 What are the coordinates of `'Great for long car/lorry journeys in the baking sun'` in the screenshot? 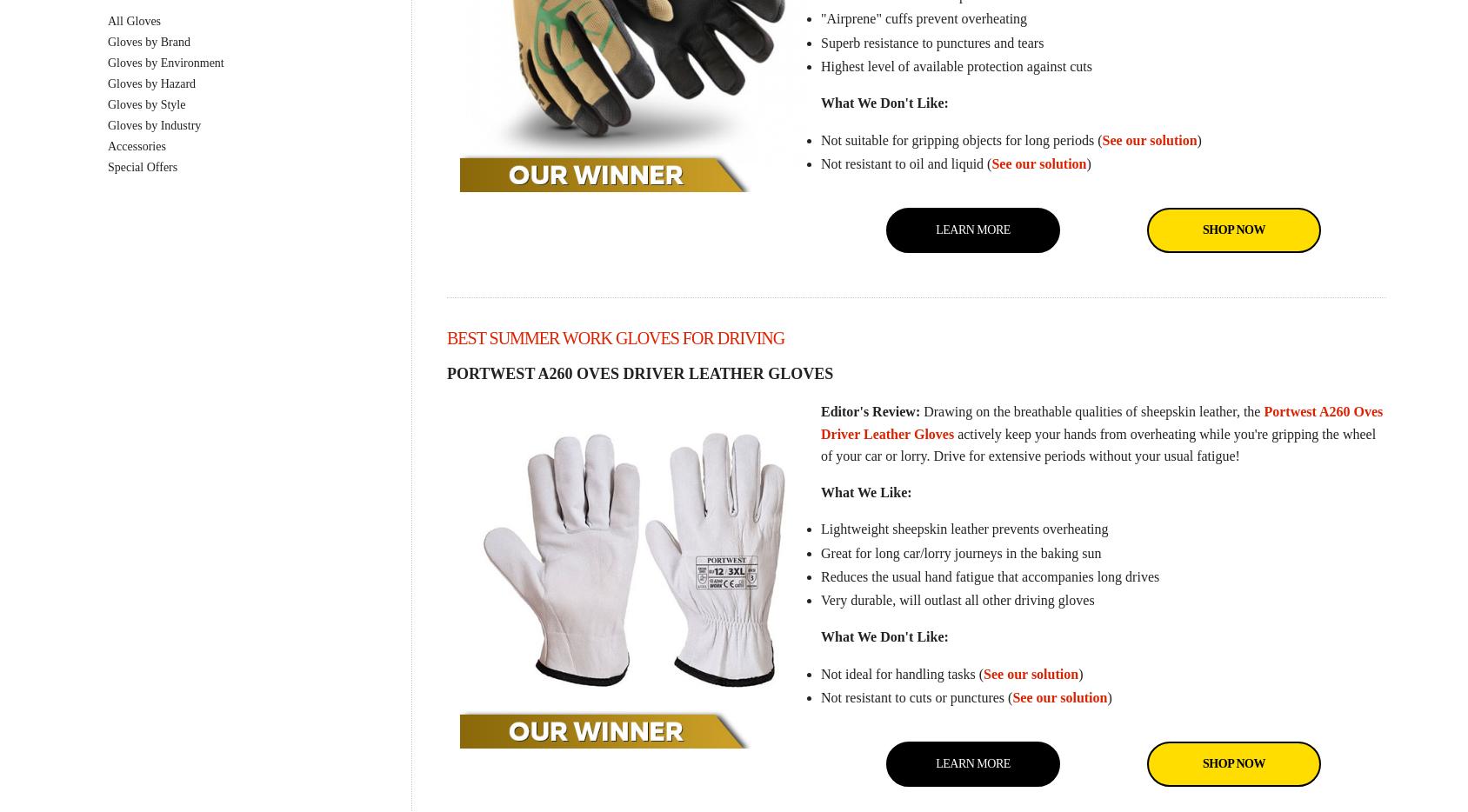 It's located at (959, 552).